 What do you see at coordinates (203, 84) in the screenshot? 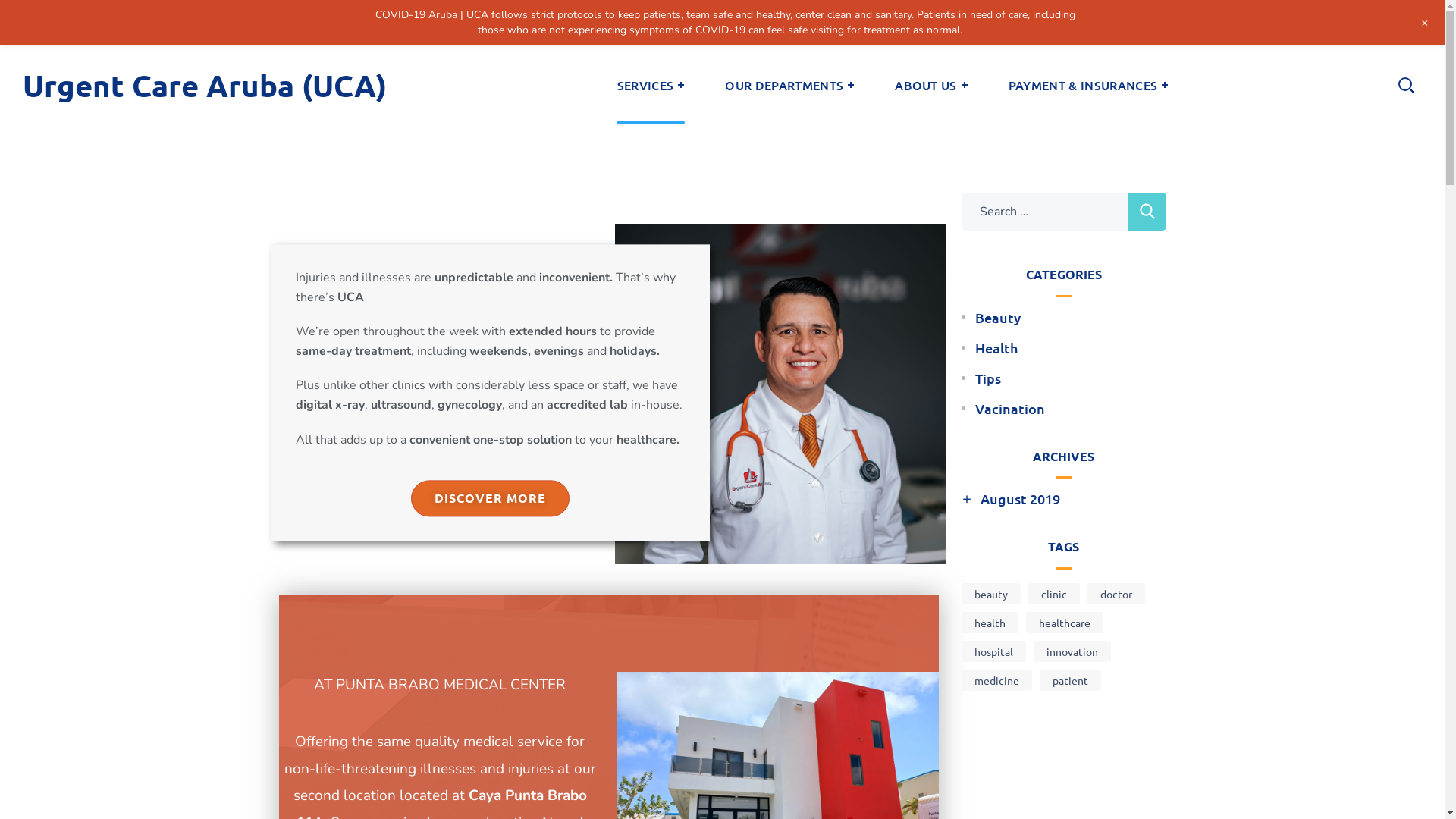
I see `'Urgent Care Aruba (UCA)'` at bounding box center [203, 84].